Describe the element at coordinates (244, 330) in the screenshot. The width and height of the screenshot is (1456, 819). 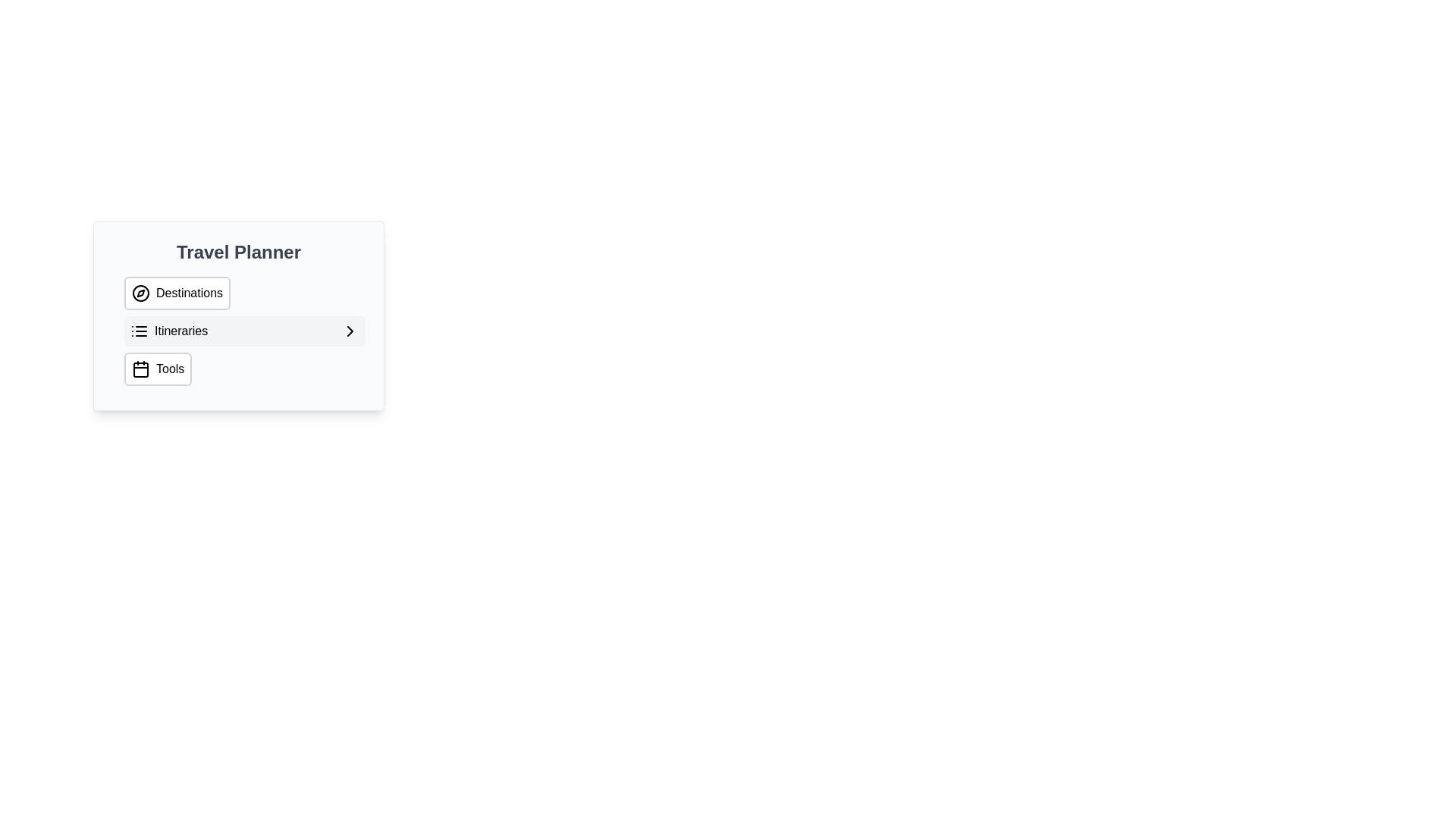
I see `the 'Itineraries' button located in the 'Travel Planner' panel, which is the second button in a vertical list of three, beneath the 'Destinations' button` at that location.